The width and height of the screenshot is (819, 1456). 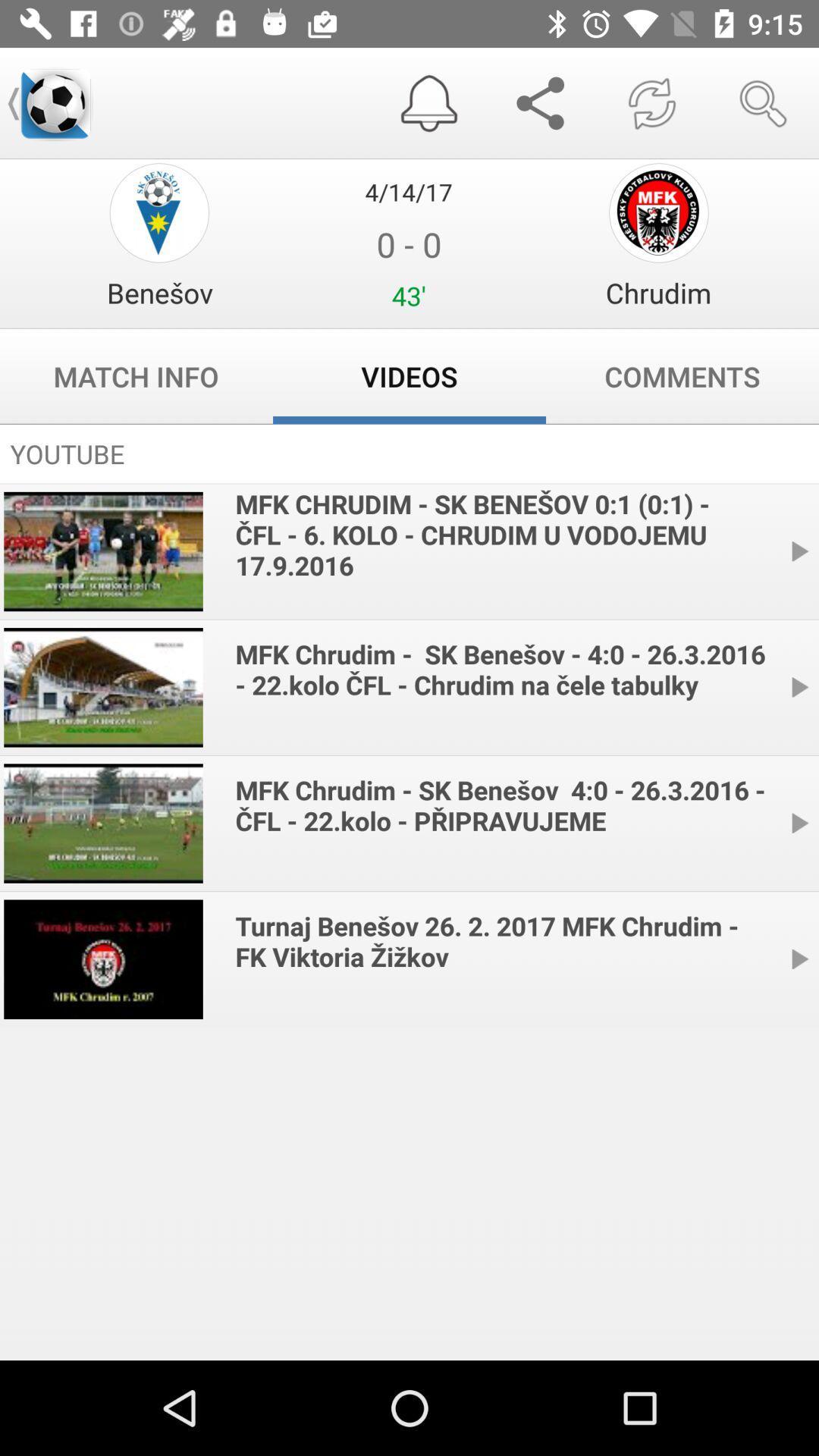 What do you see at coordinates (159, 293) in the screenshot?
I see `icon to the left of 0 - 0` at bounding box center [159, 293].